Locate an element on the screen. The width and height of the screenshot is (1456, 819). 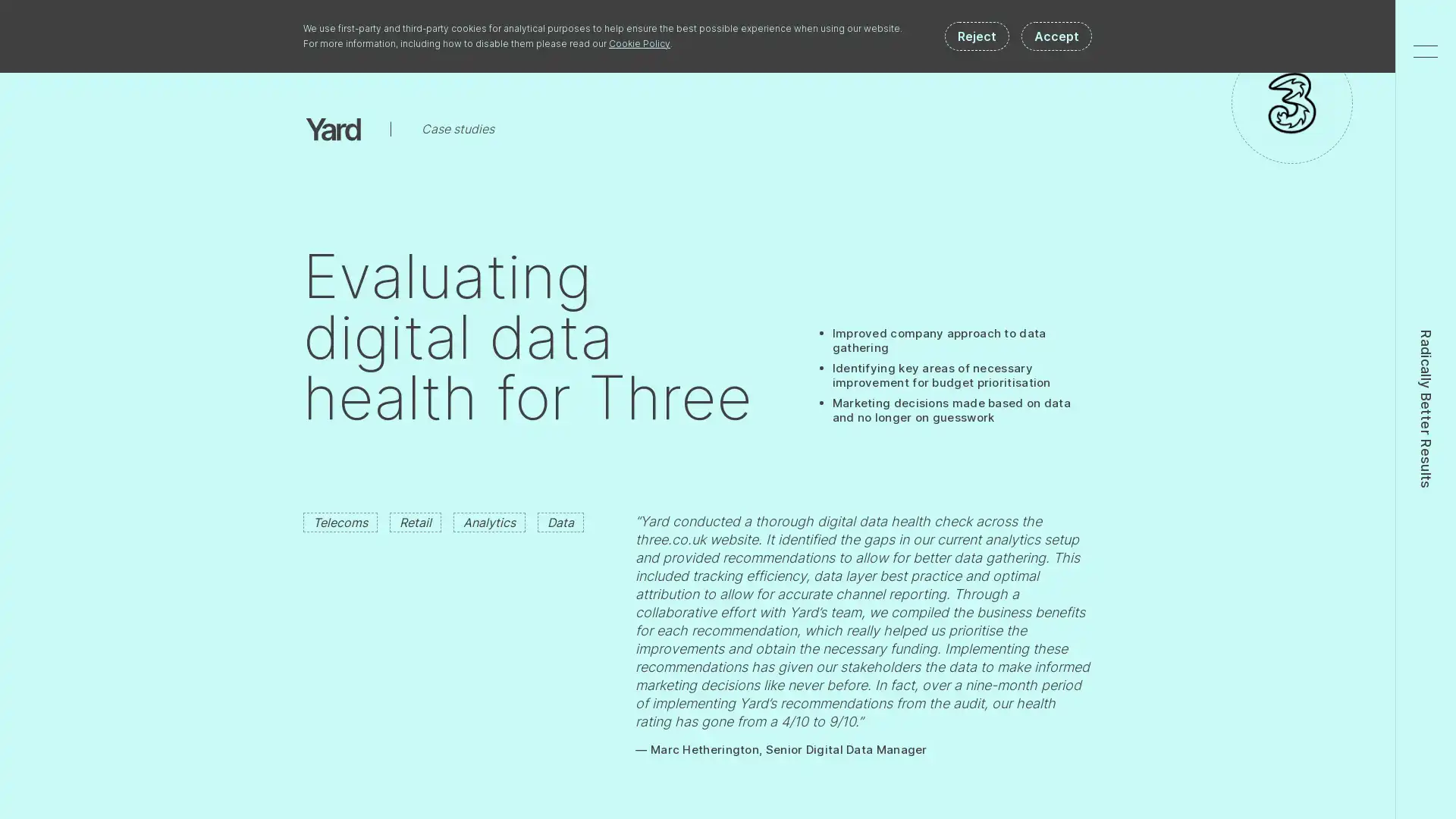
Accept is located at coordinates (1056, 35).